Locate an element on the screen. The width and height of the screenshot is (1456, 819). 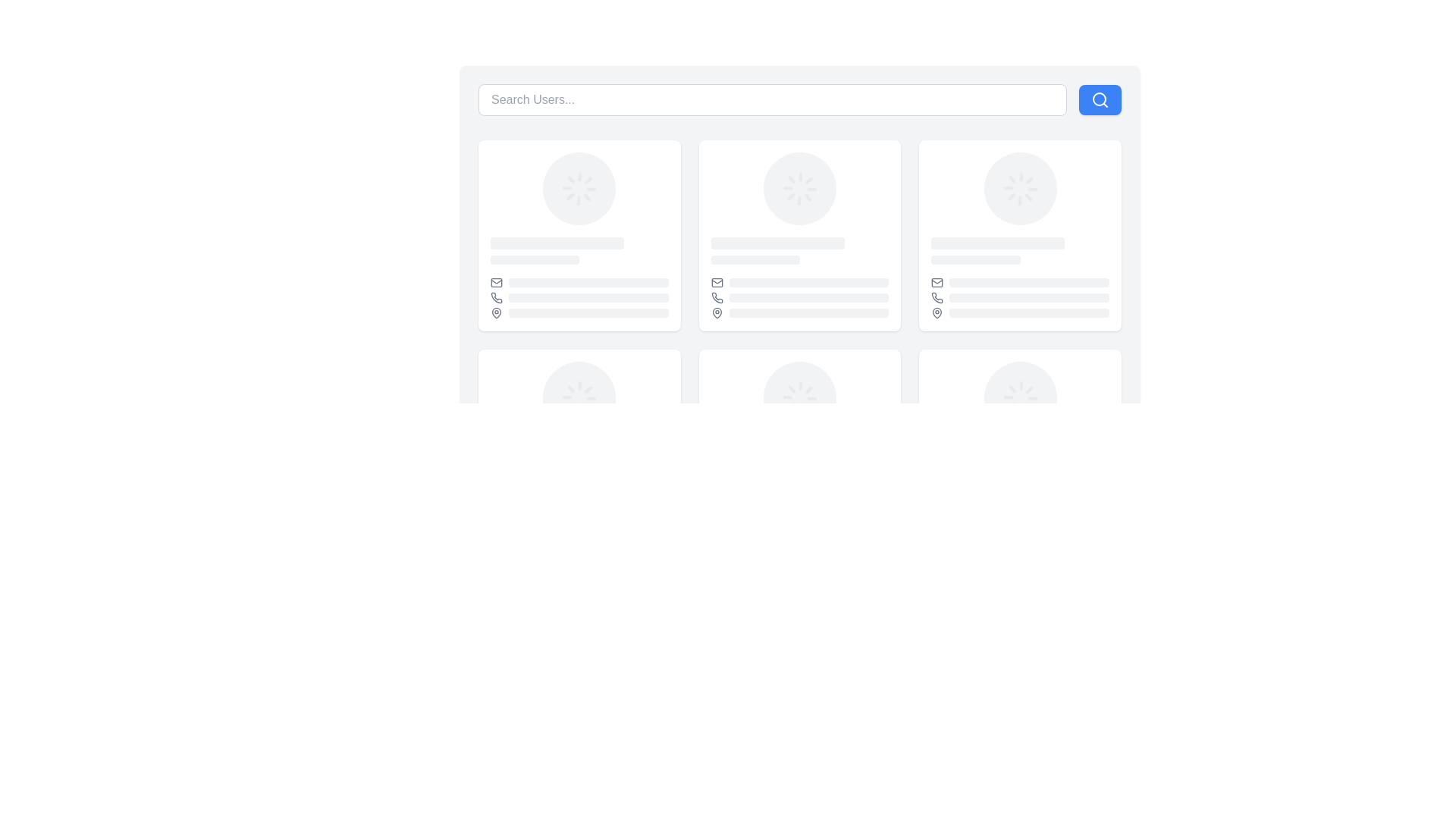
the phone contact icon located in the second card of the user profile, positioned below the email icon and above the location icon is located at coordinates (716, 298).